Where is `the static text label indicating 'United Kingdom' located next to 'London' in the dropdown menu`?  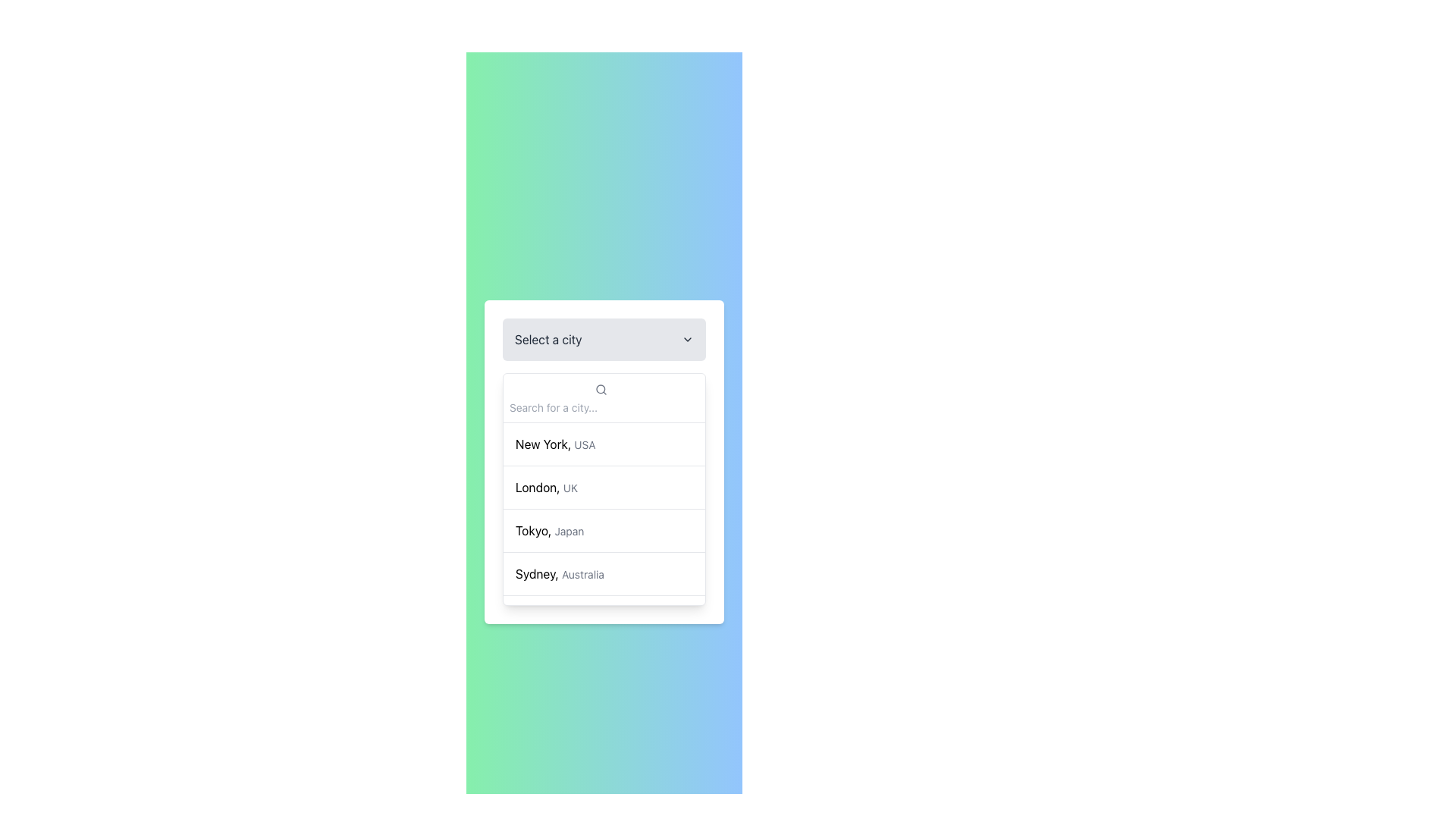 the static text label indicating 'United Kingdom' located next to 'London' in the dropdown menu is located at coordinates (570, 488).